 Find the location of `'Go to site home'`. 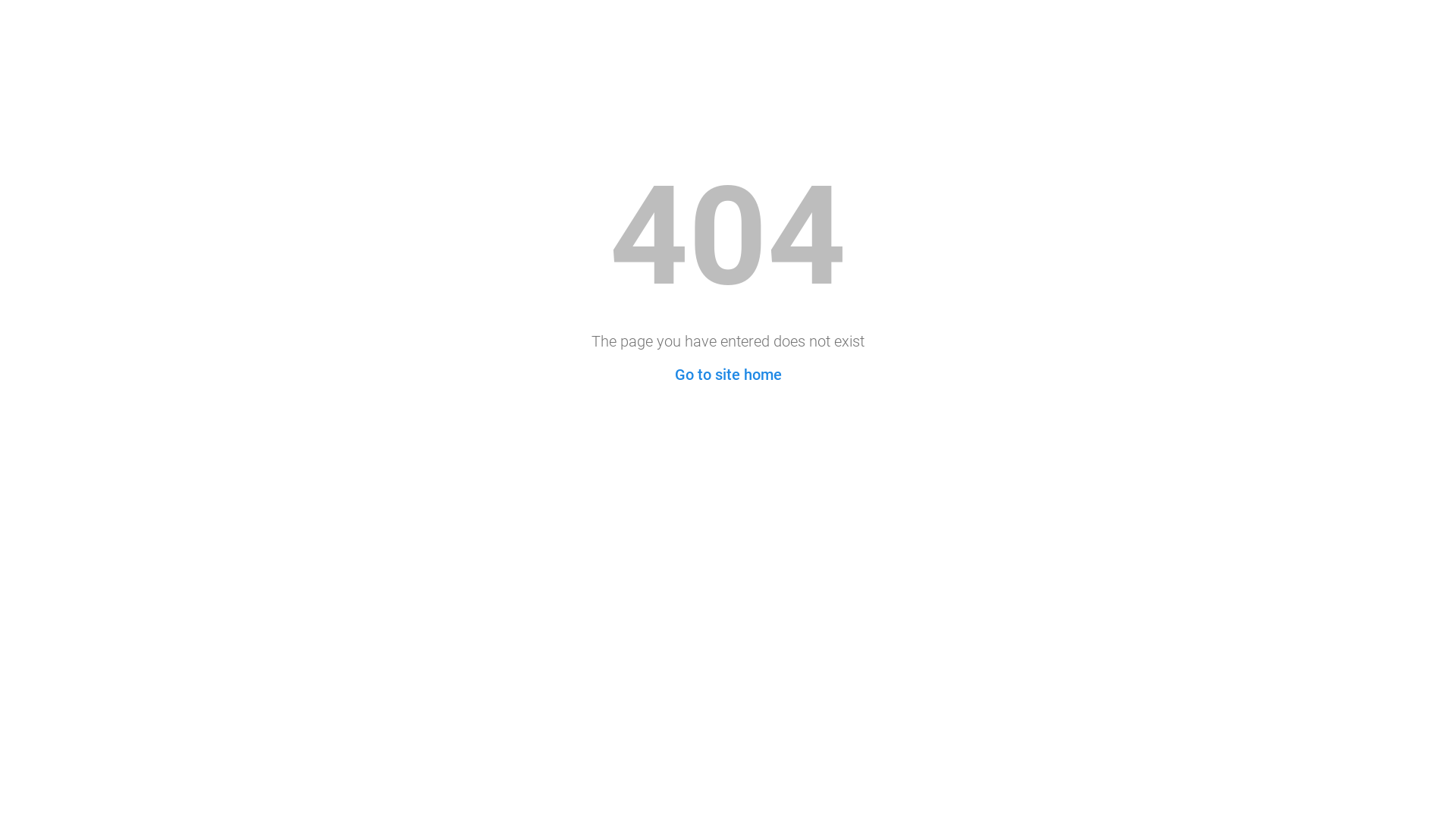

'Go to site home' is located at coordinates (728, 374).